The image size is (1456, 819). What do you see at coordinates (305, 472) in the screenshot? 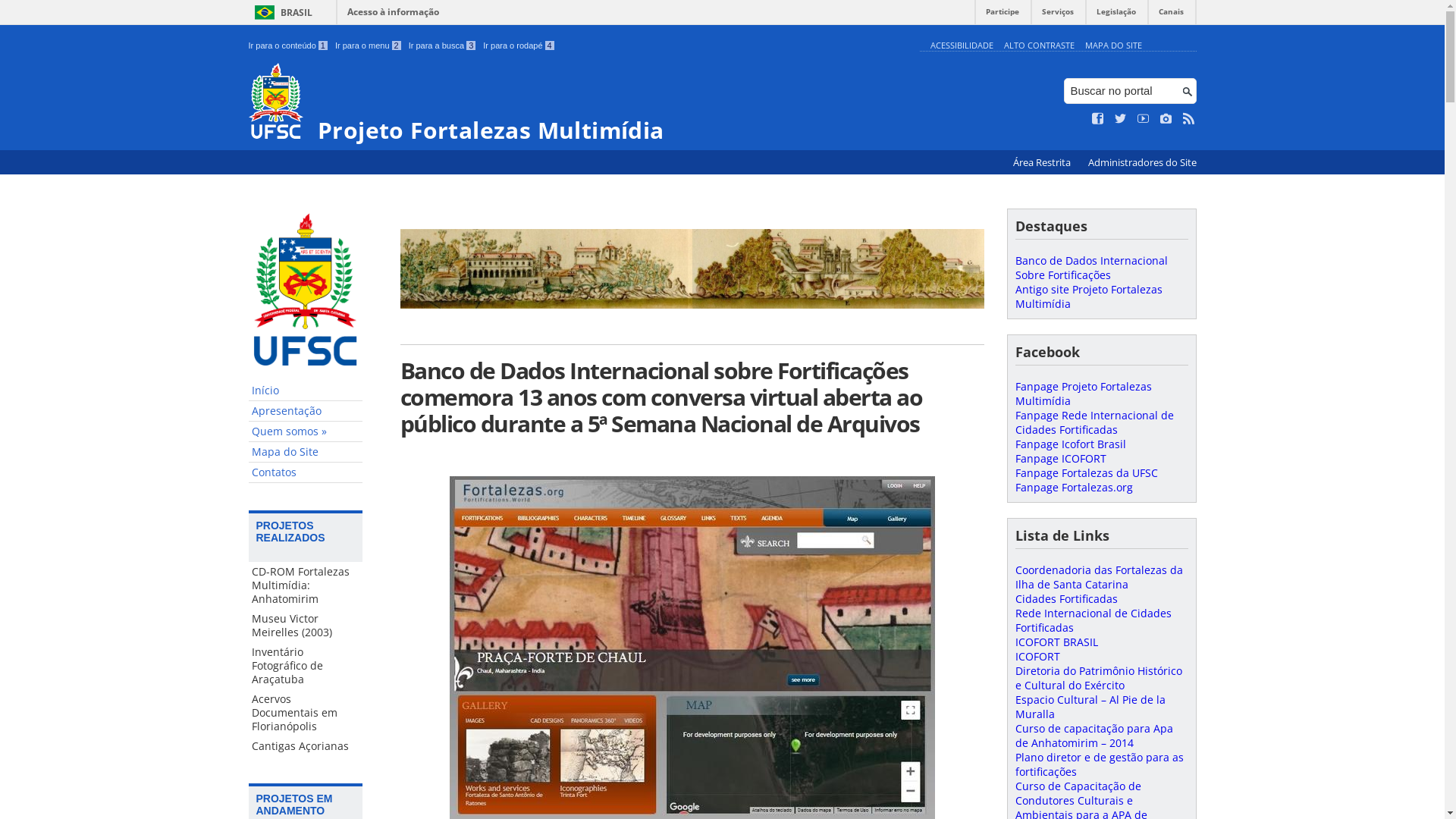
I see `'Contatos'` at bounding box center [305, 472].